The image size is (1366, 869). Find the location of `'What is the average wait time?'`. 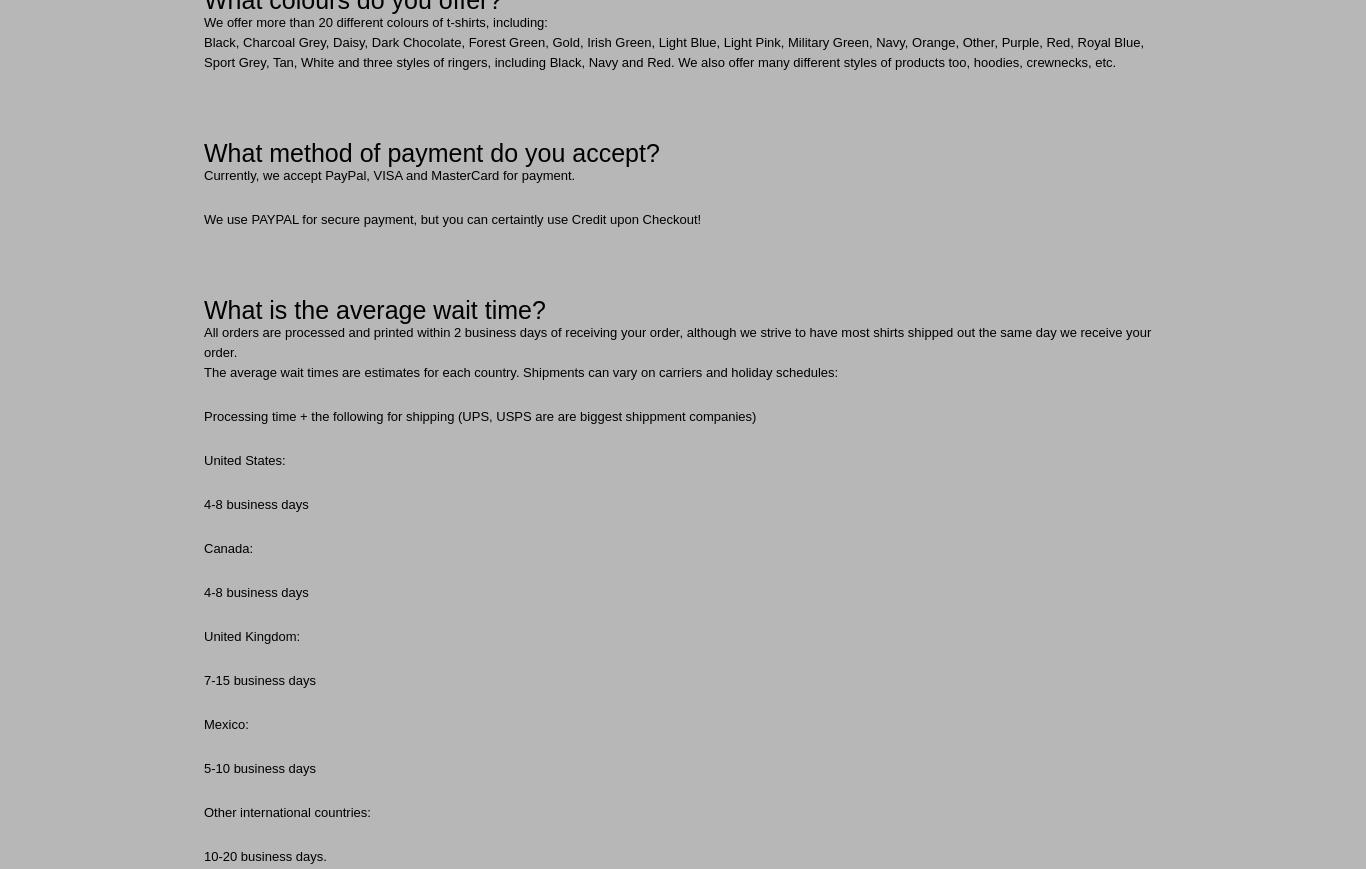

'What is the average wait time?' is located at coordinates (373, 308).